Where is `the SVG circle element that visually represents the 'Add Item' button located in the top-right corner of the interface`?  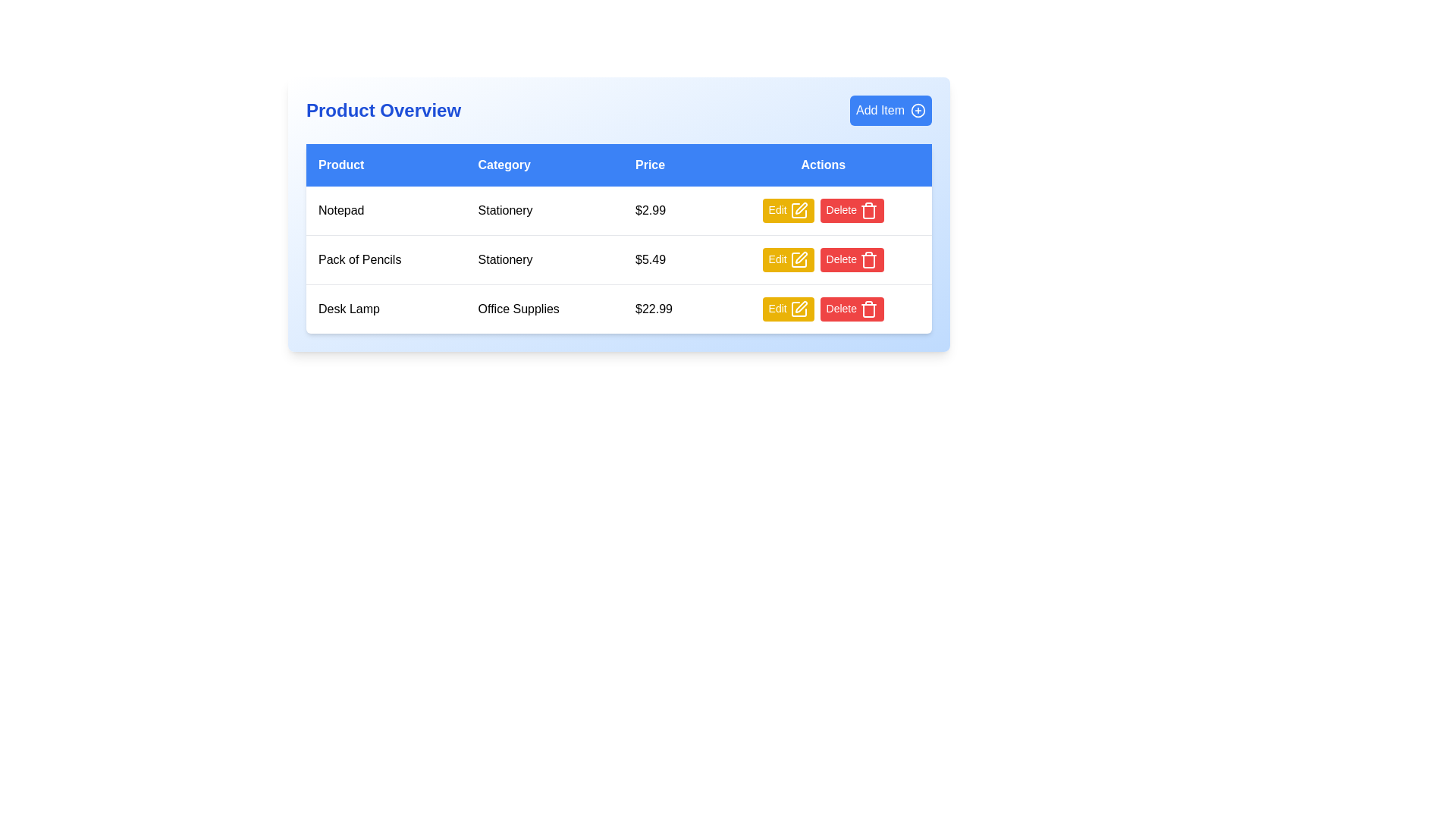 the SVG circle element that visually represents the 'Add Item' button located in the top-right corner of the interface is located at coordinates (917, 110).